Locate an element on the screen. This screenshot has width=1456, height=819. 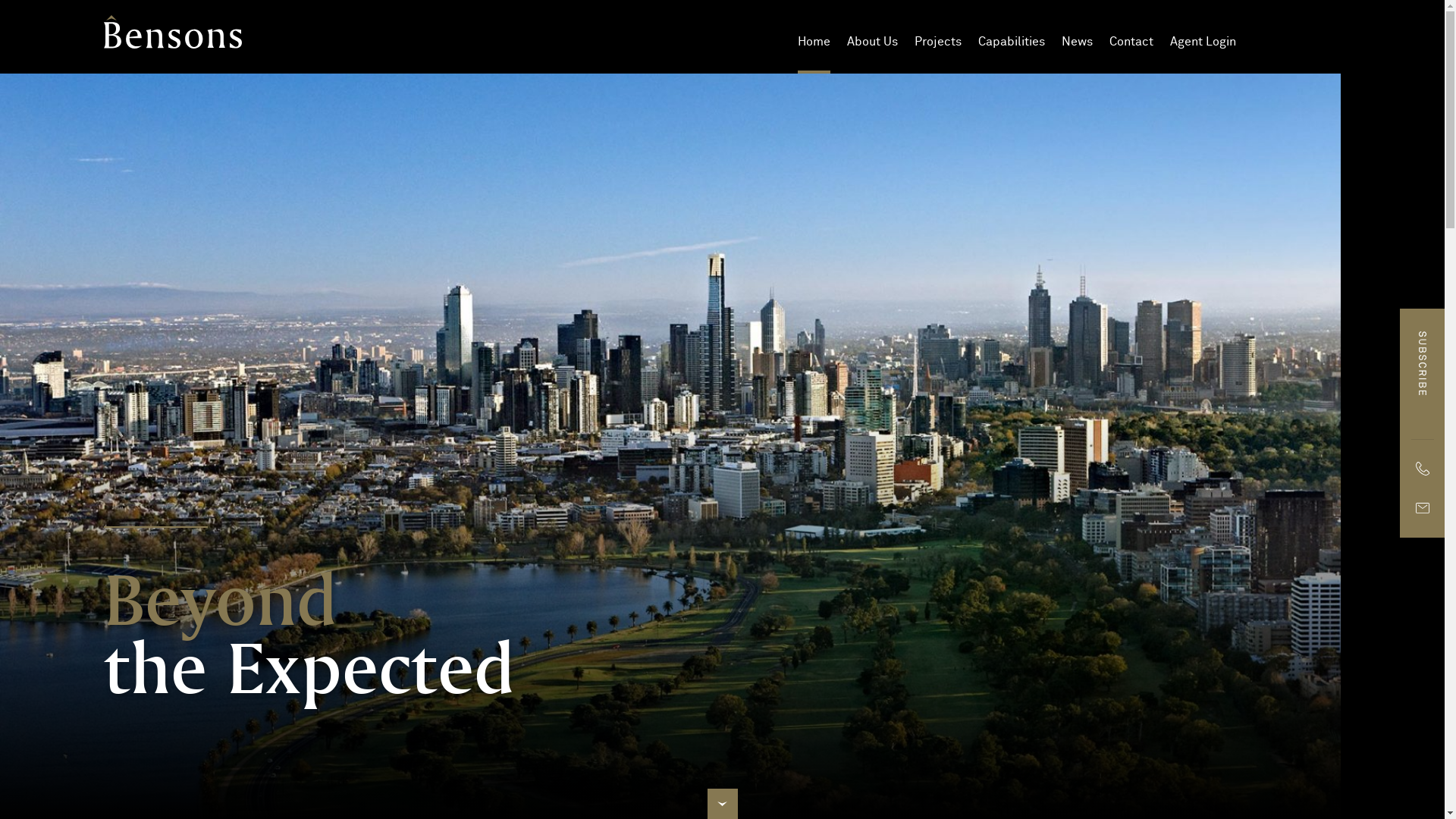
'Projects' is located at coordinates (937, 40).